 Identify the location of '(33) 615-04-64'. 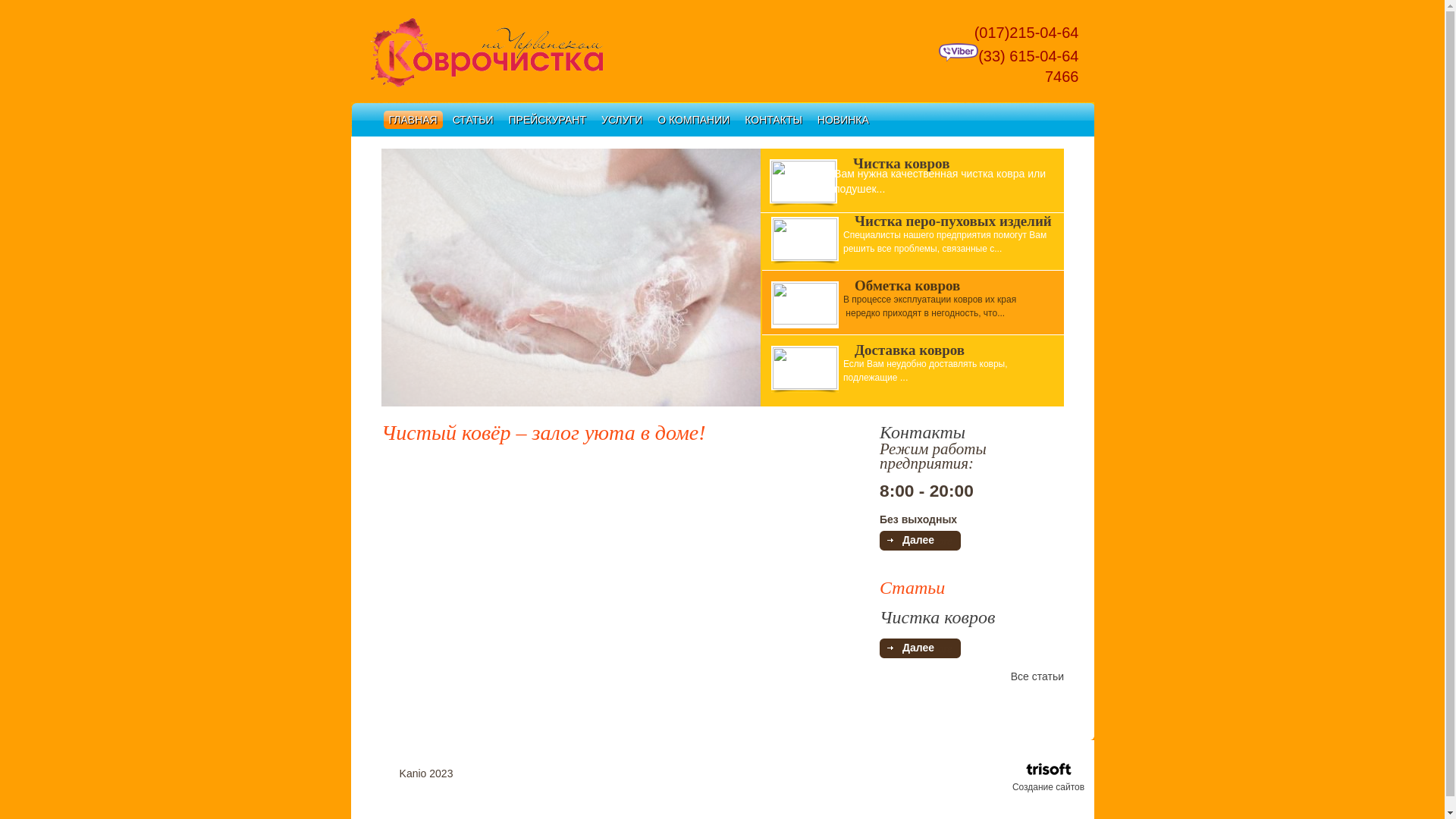
(1008, 55).